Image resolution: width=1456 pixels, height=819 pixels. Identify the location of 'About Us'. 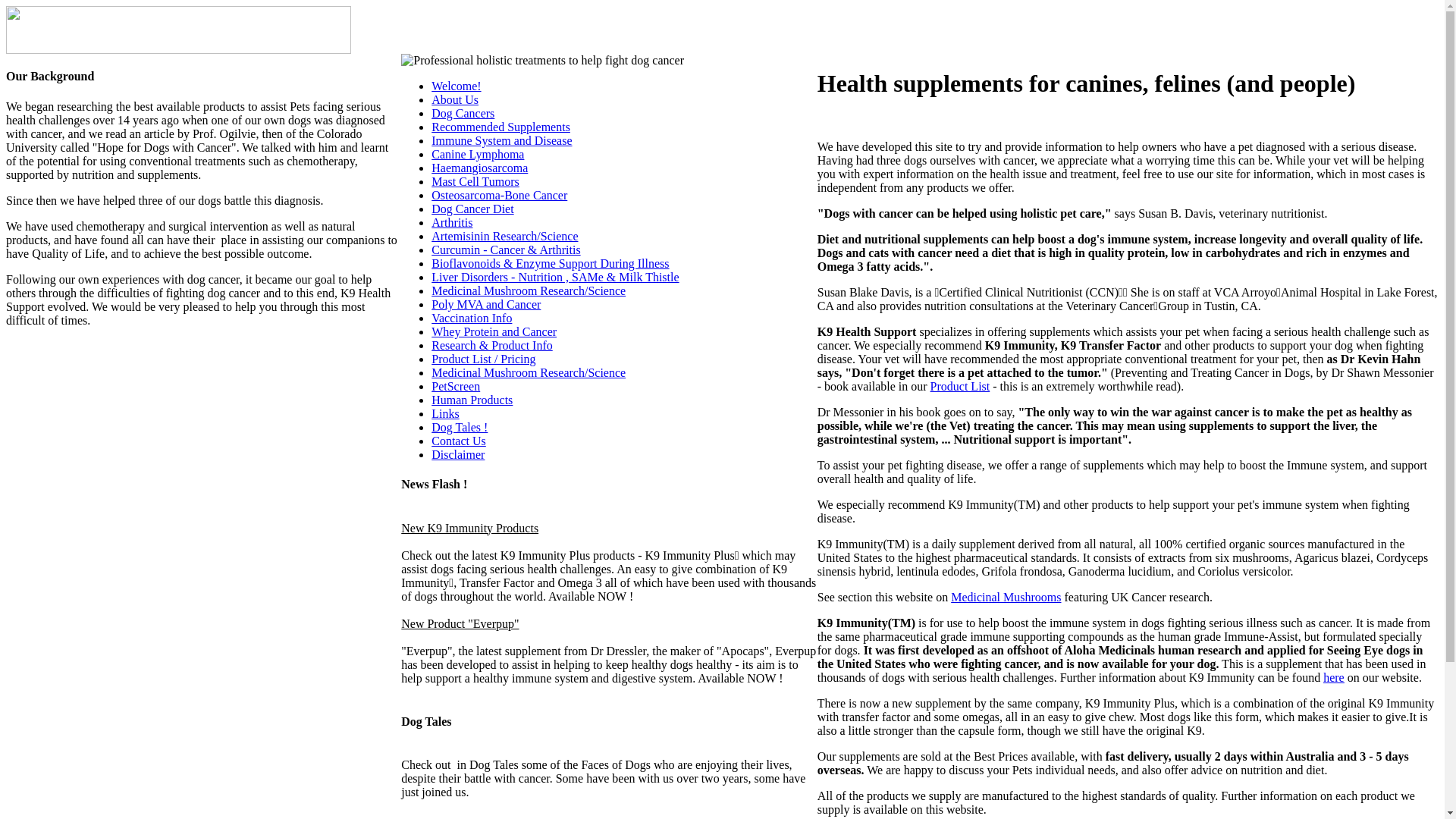
(454, 99).